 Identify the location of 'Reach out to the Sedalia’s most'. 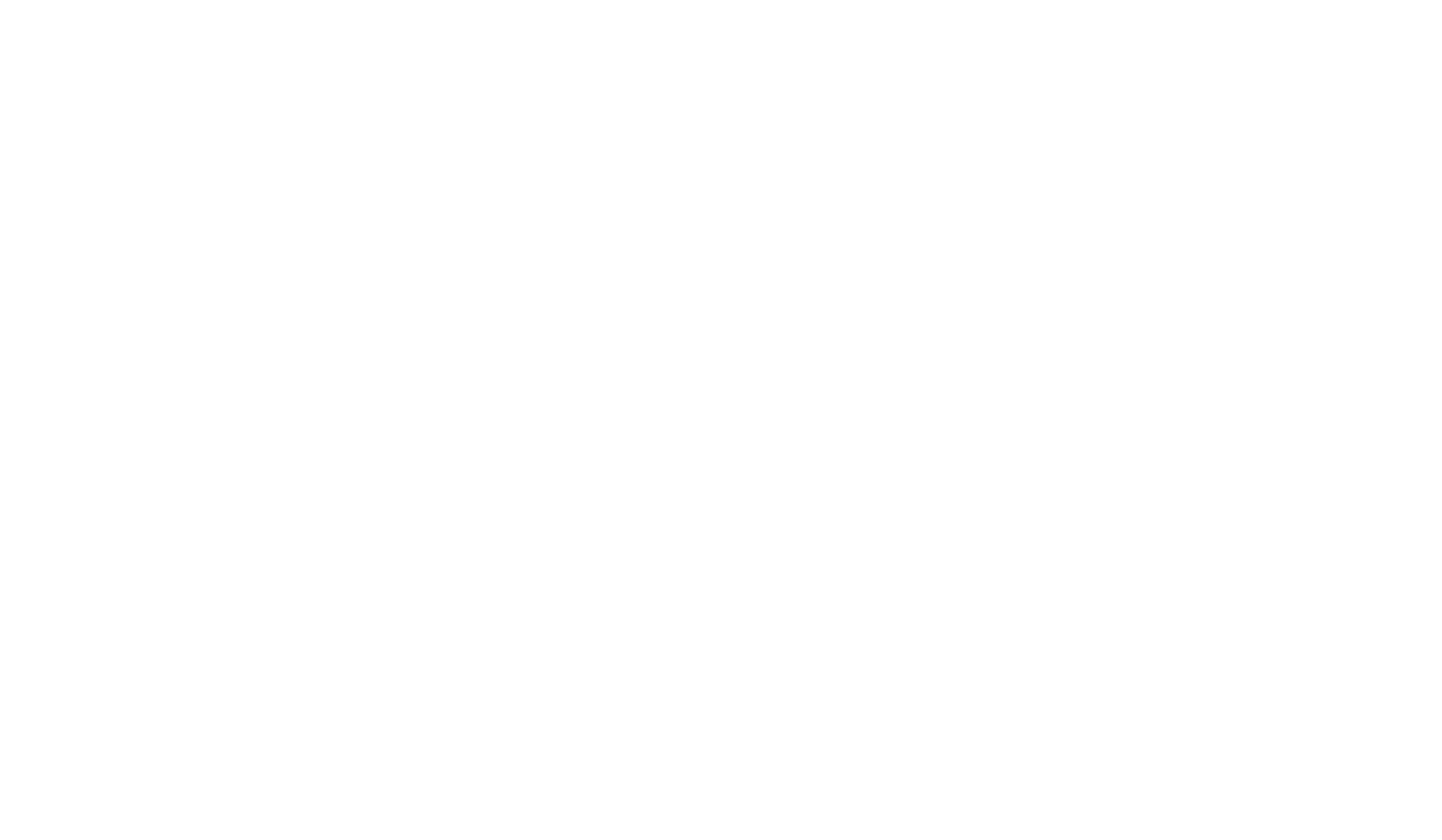
(246, 638).